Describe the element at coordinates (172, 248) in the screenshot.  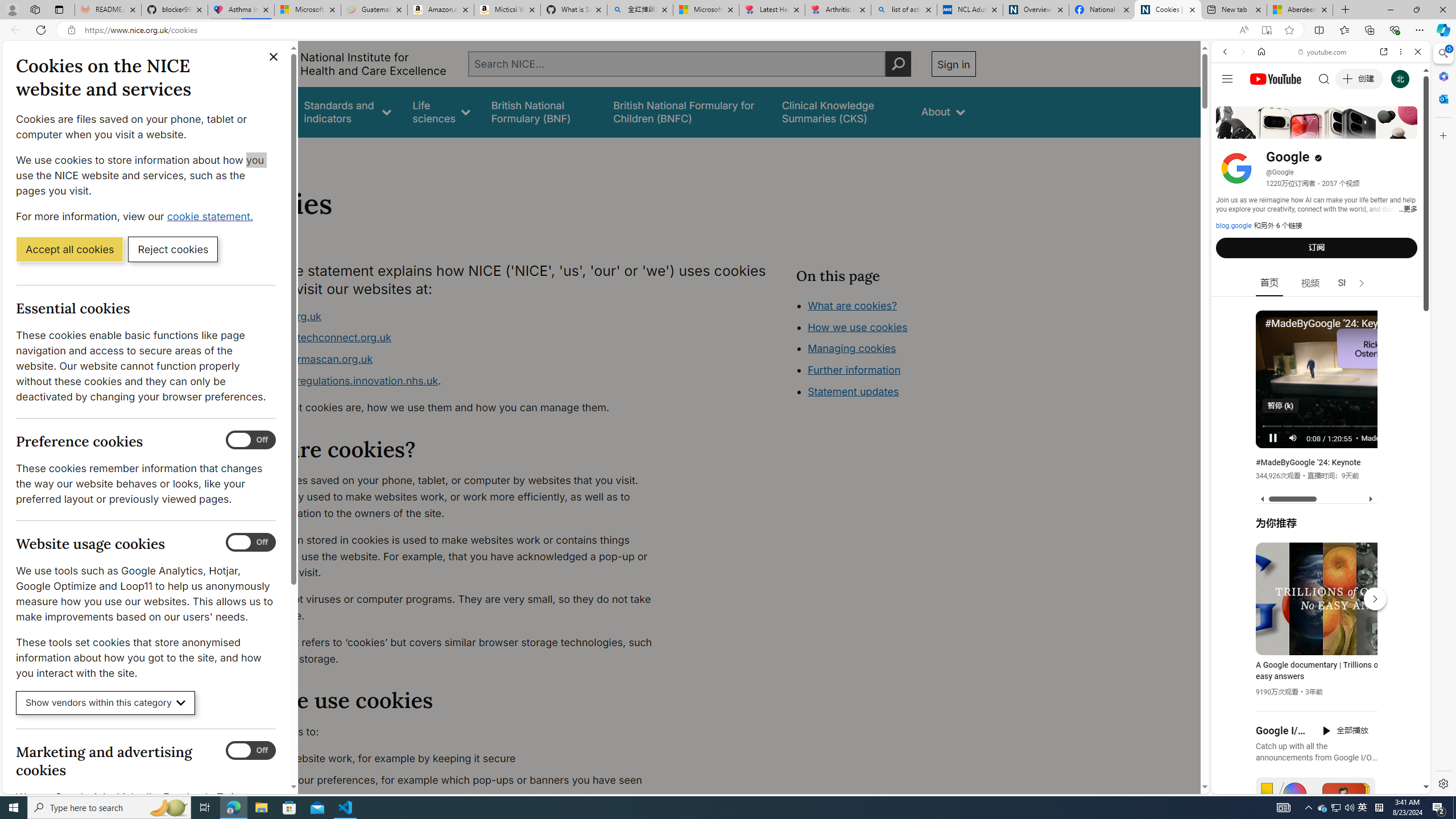
I see `'Reject cookies'` at that location.